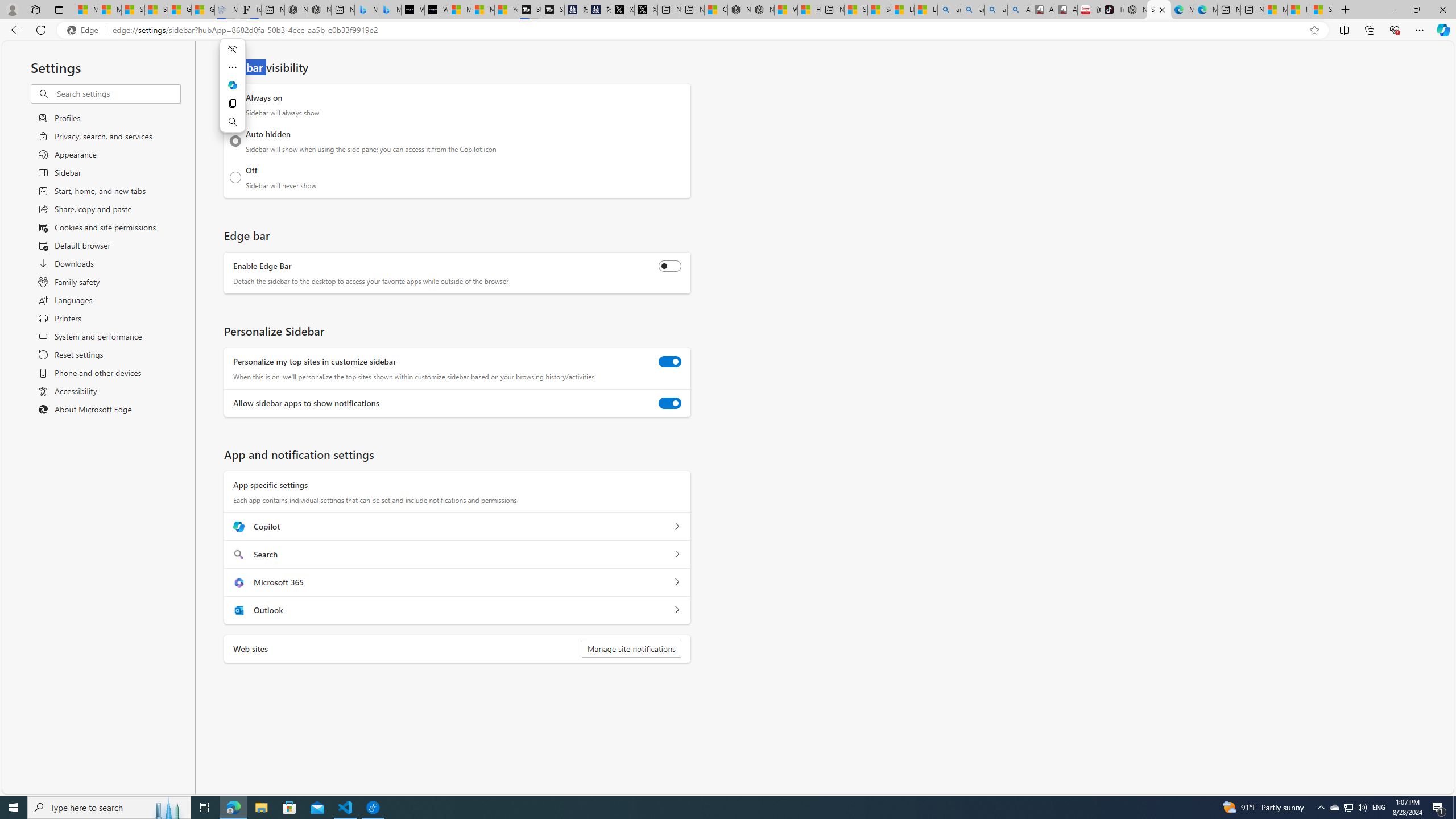  Describe the element at coordinates (366, 9) in the screenshot. I see `'Microsoft Bing Travel - Stays in Bangkok, Bangkok, Thailand'` at that location.